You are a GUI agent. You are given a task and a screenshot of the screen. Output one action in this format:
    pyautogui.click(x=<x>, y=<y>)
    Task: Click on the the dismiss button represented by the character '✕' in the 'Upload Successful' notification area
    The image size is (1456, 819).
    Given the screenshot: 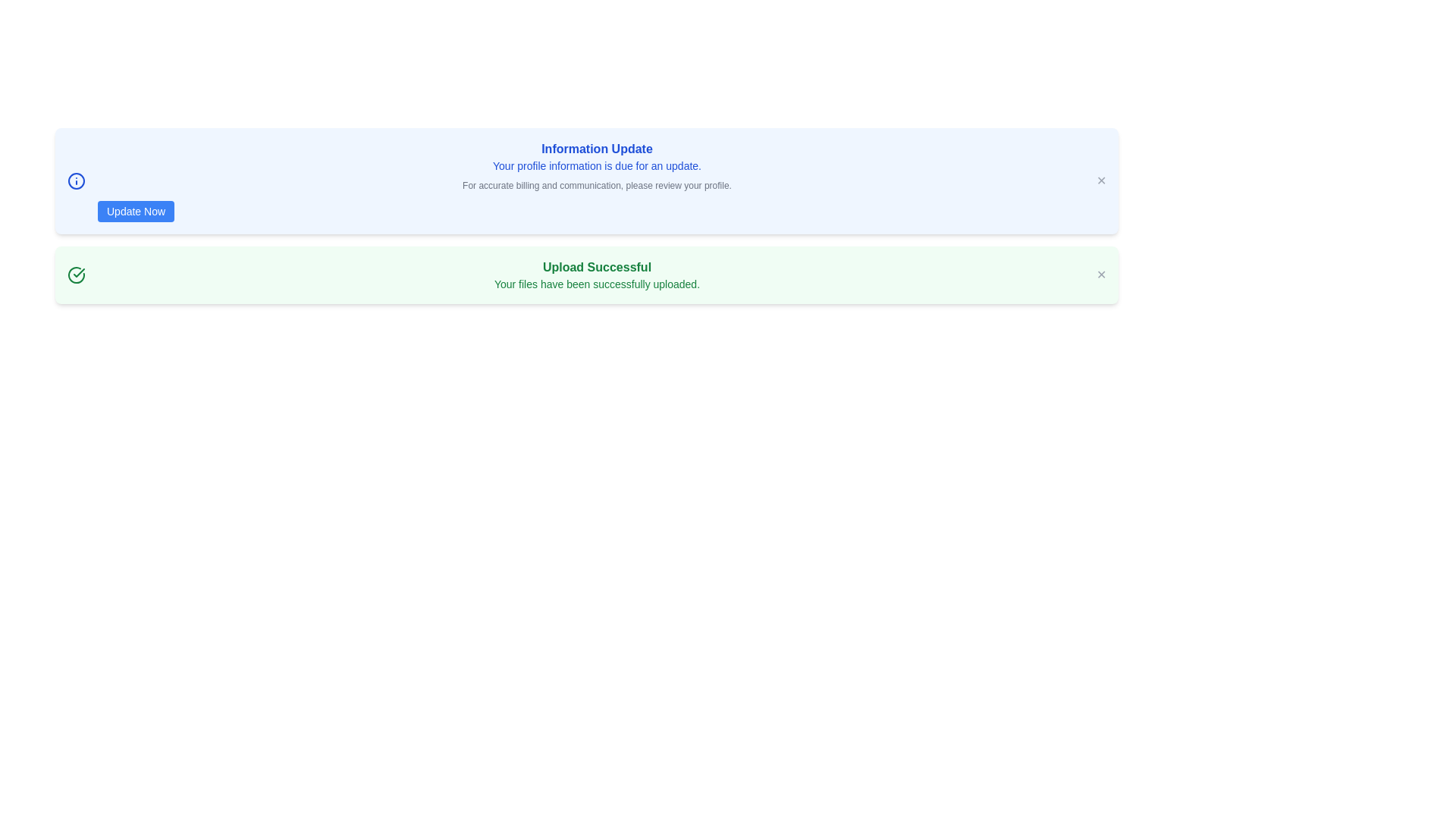 What is the action you would take?
    pyautogui.click(x=1101, y=275)
    